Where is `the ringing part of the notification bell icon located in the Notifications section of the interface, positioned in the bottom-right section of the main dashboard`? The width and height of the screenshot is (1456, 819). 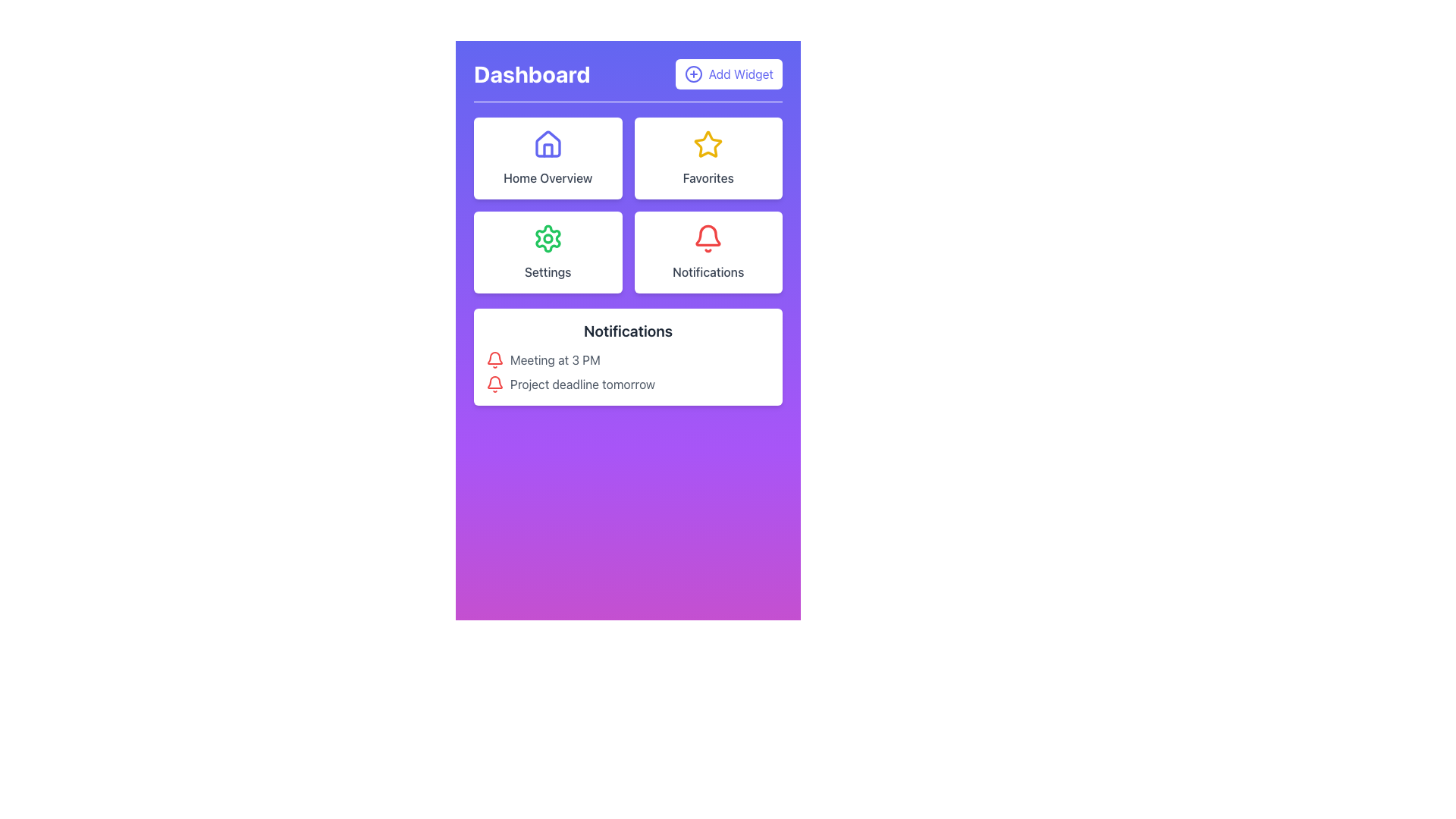 the ringing part of the notification bell icon located in the Notifications section of the interface, positioned in the bottom-right section of the main dashboard is located at coordinates (494, 358).